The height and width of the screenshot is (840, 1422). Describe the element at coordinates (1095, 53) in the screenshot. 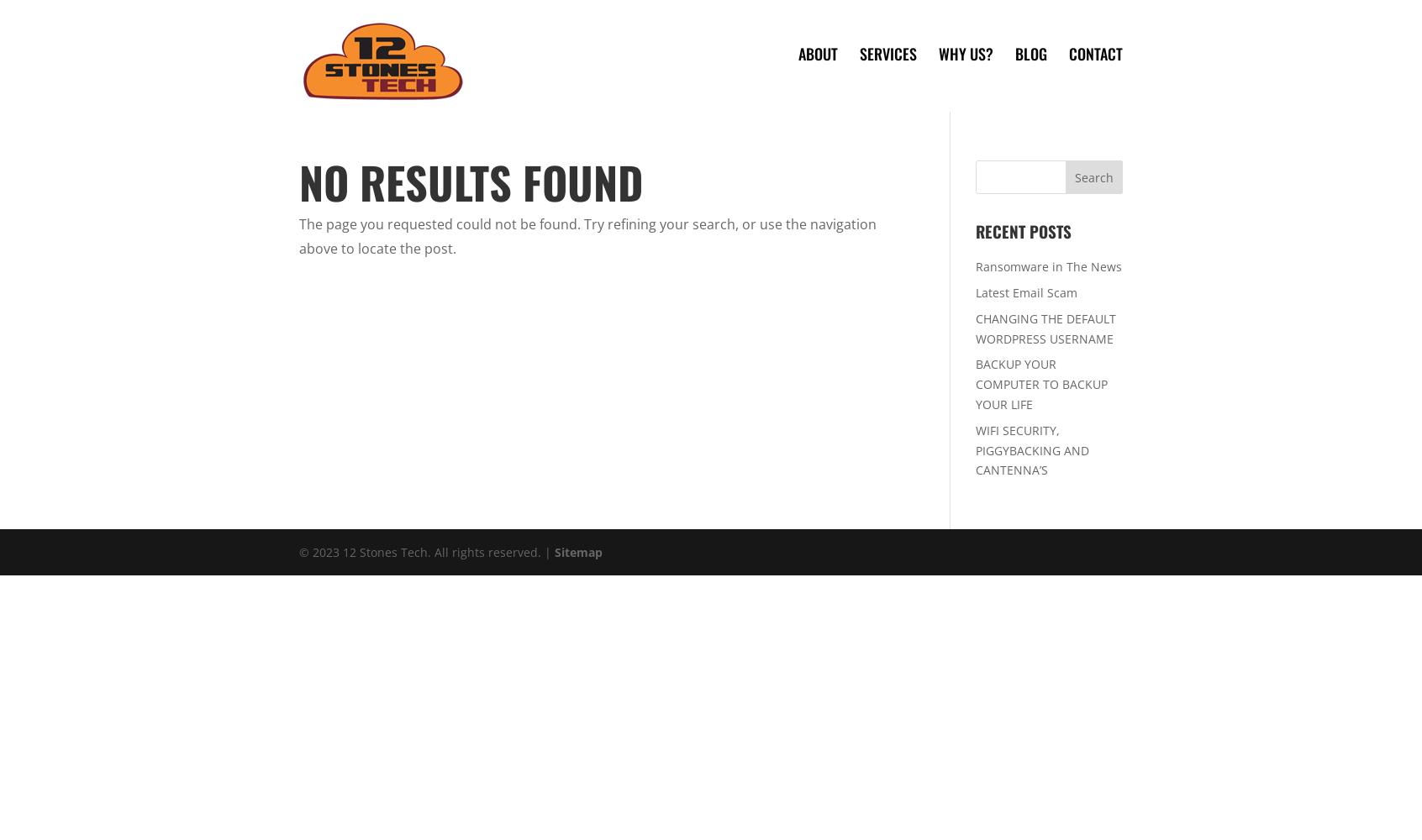

I see `'Contact'` at that location.